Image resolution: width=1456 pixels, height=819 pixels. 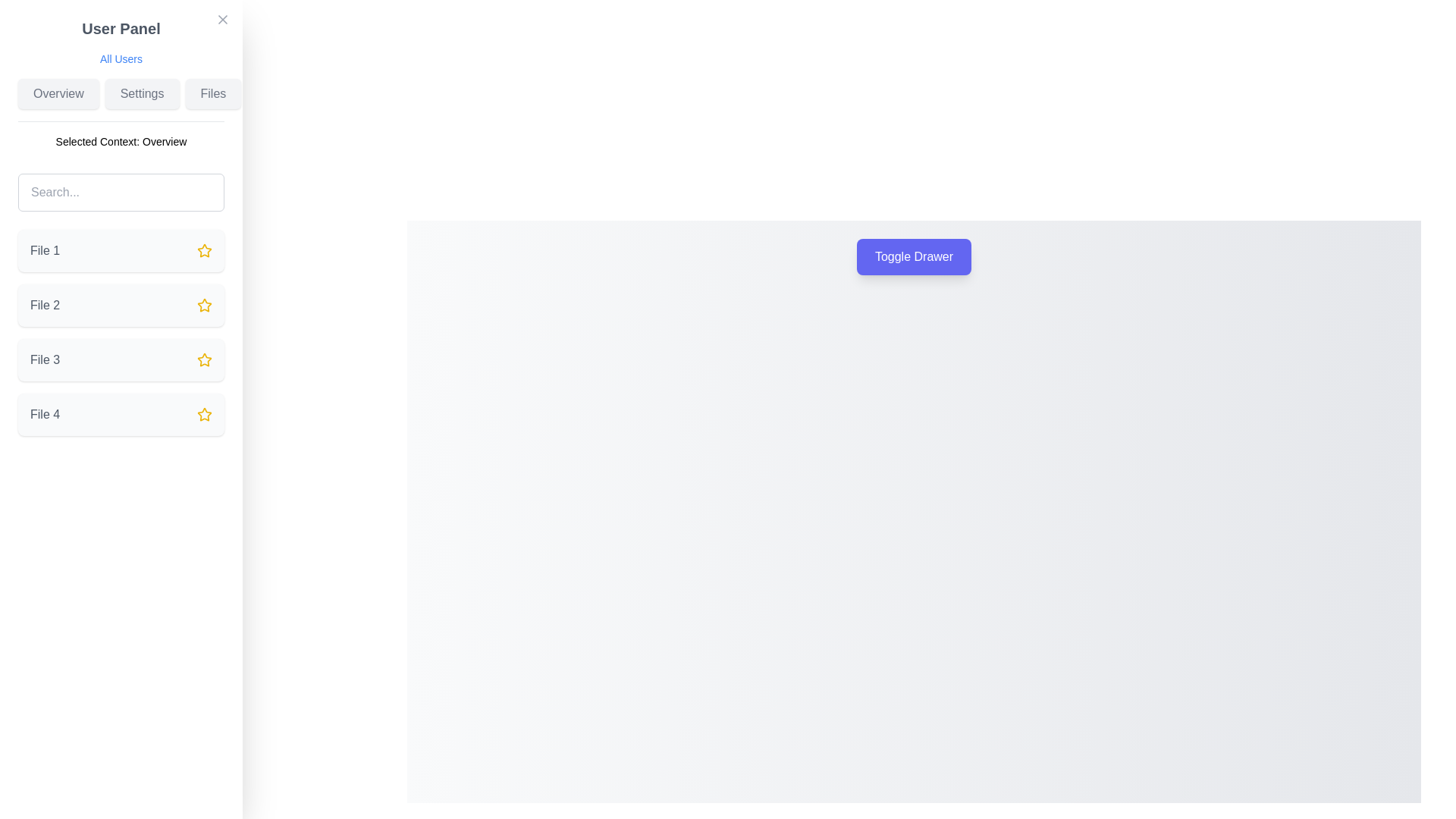 What do you see at coordinates (203, 415) in the screenshot?
I see `the fourth star icon associated with the 'File 4' label, which serves as a marker for favorites or importance` at bounding box center [203, 415].